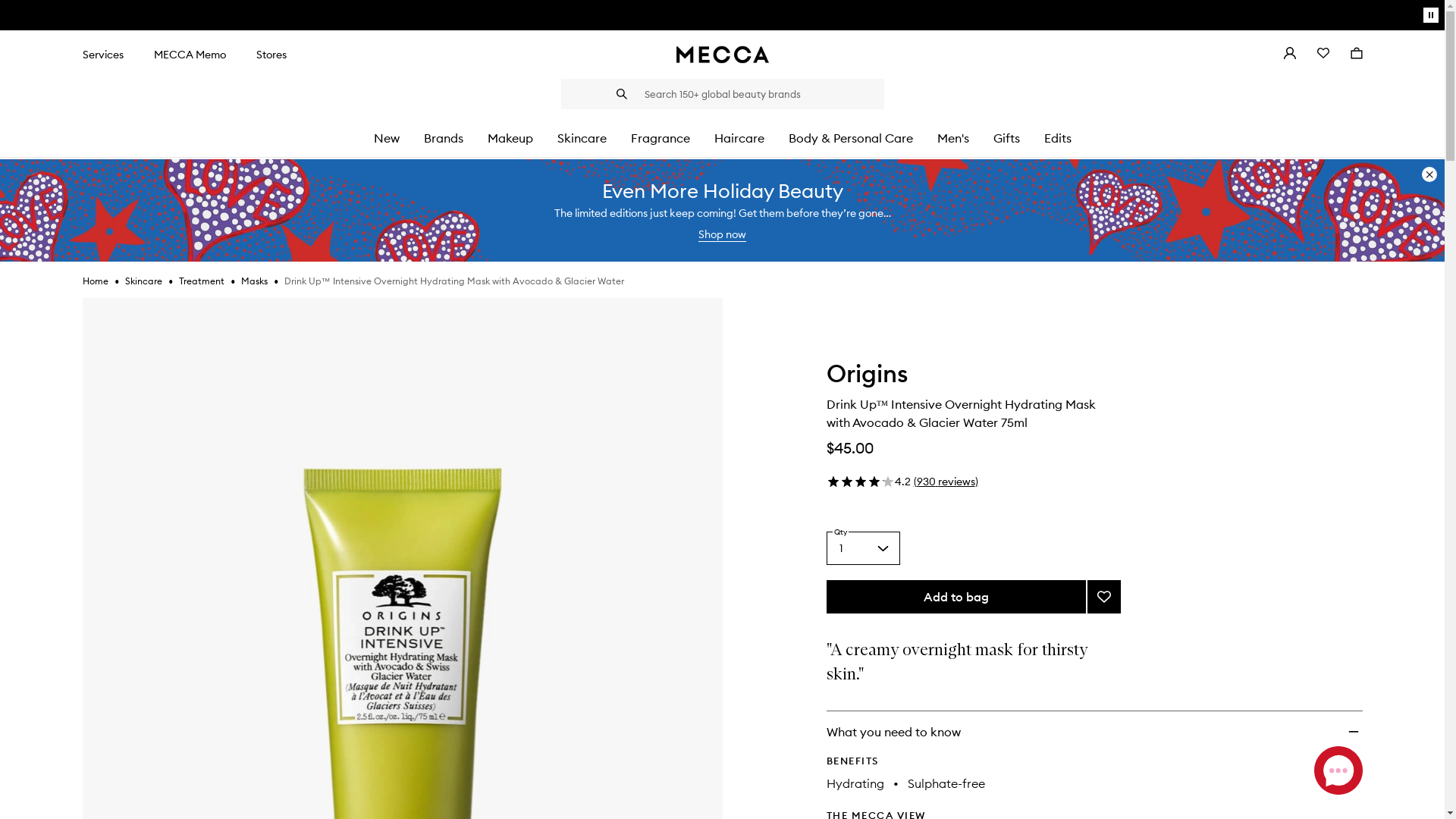 This screenshot has width=1456, height=819. Describe the element at coordinates (955, 595) in the screenshot. I see `'Add to bag'` at that location.